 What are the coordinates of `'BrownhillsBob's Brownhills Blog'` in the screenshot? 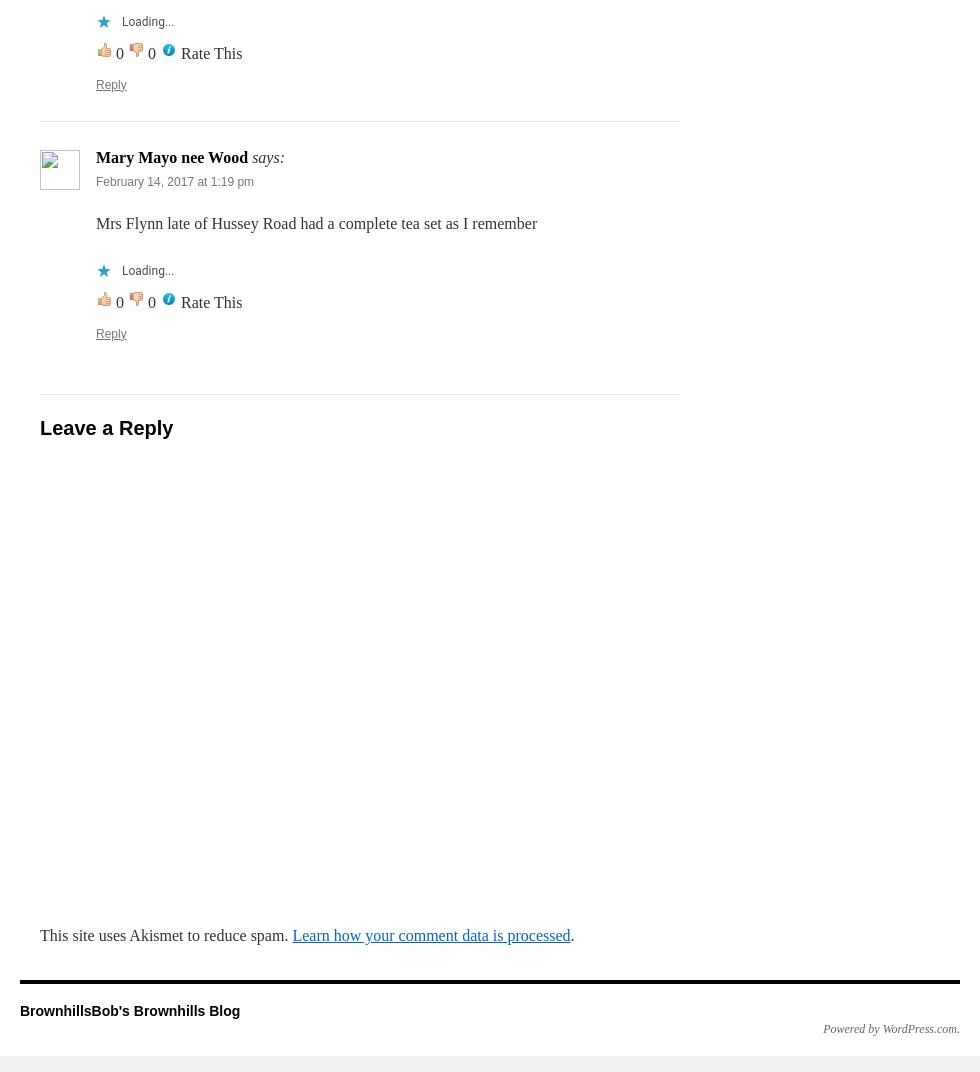 It's located at (130, 1010).